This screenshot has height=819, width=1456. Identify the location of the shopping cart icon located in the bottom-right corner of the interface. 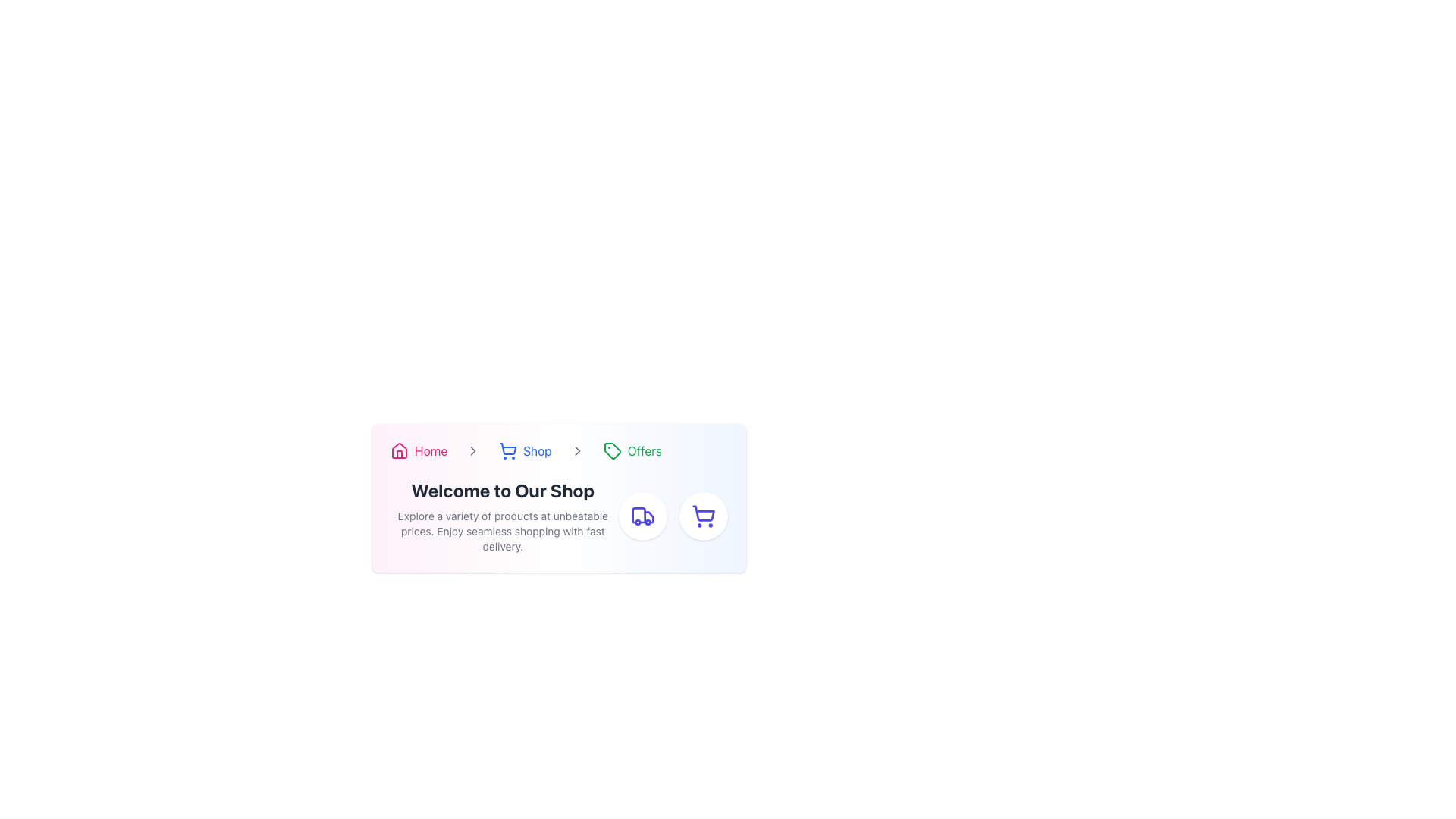
(702, 516).